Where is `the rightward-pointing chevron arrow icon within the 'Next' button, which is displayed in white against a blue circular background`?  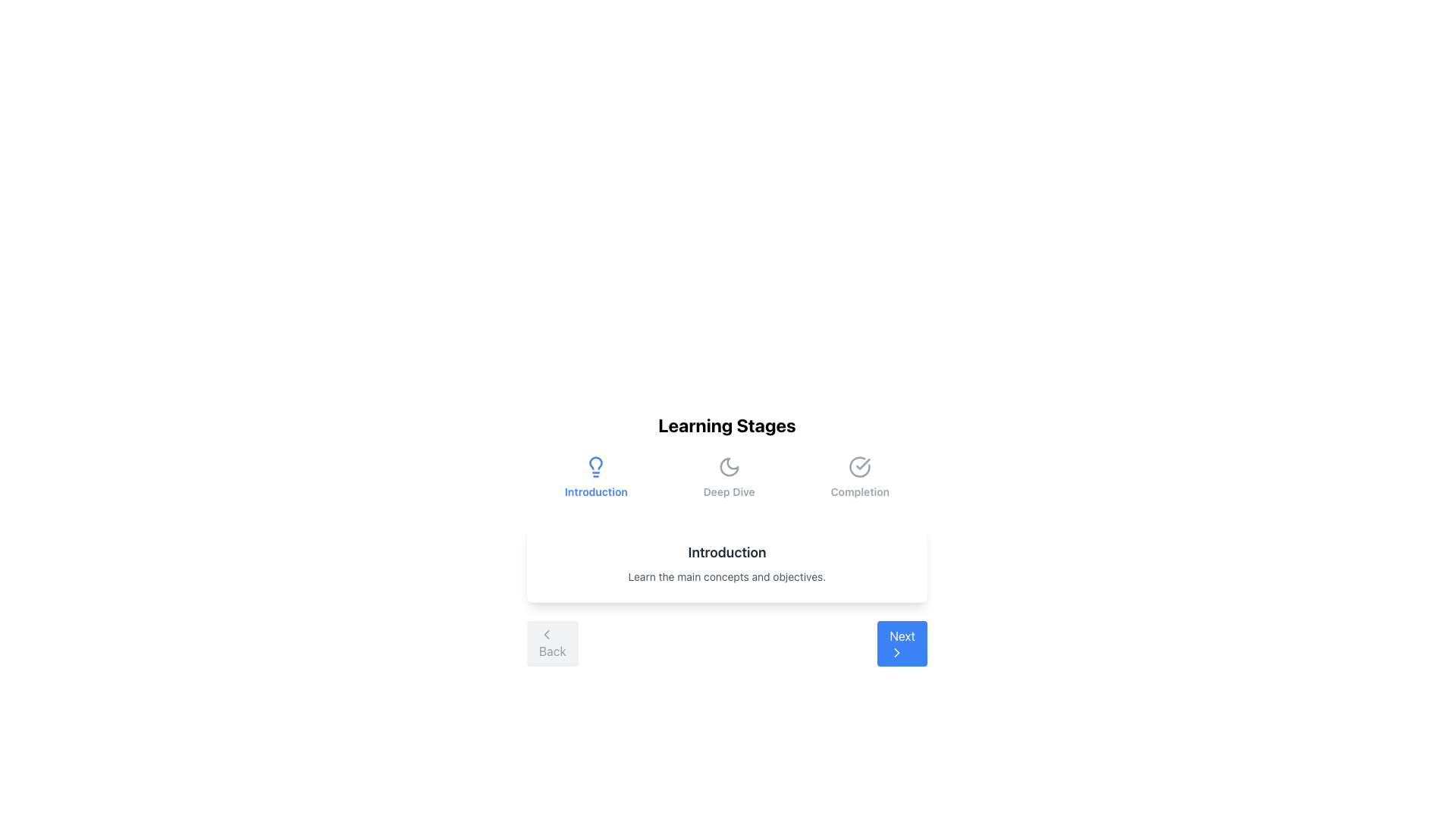 the rightward-pointing chevron arrow icon within the 'Next' button, which is displayed in white against a blue circular background is located at coordinates (897, 651).